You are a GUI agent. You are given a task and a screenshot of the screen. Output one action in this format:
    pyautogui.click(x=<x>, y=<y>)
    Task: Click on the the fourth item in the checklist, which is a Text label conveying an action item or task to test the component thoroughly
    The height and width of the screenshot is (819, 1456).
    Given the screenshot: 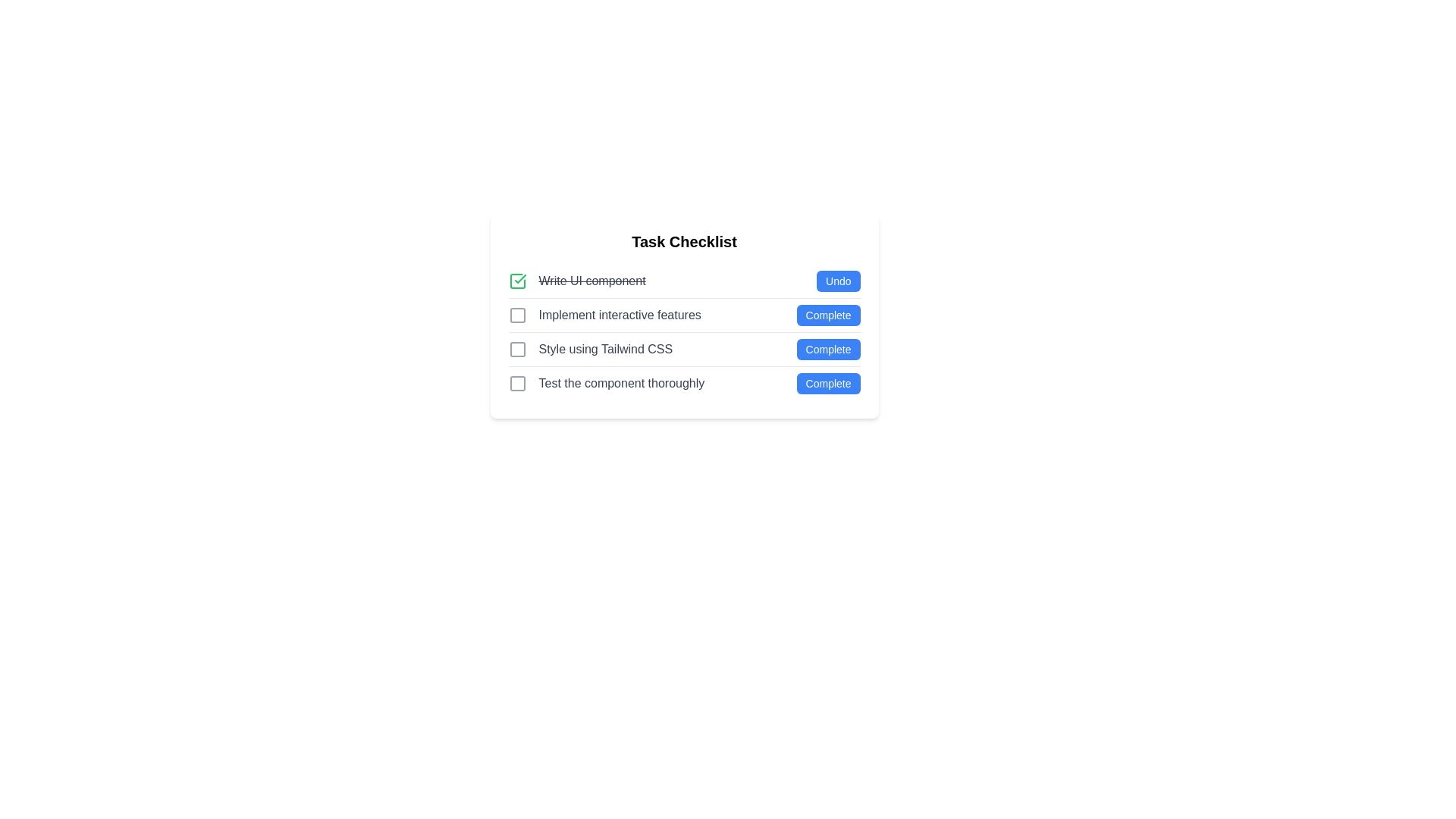 What is the action you would take?
    pyautogui.click(x=621, y=382)
    